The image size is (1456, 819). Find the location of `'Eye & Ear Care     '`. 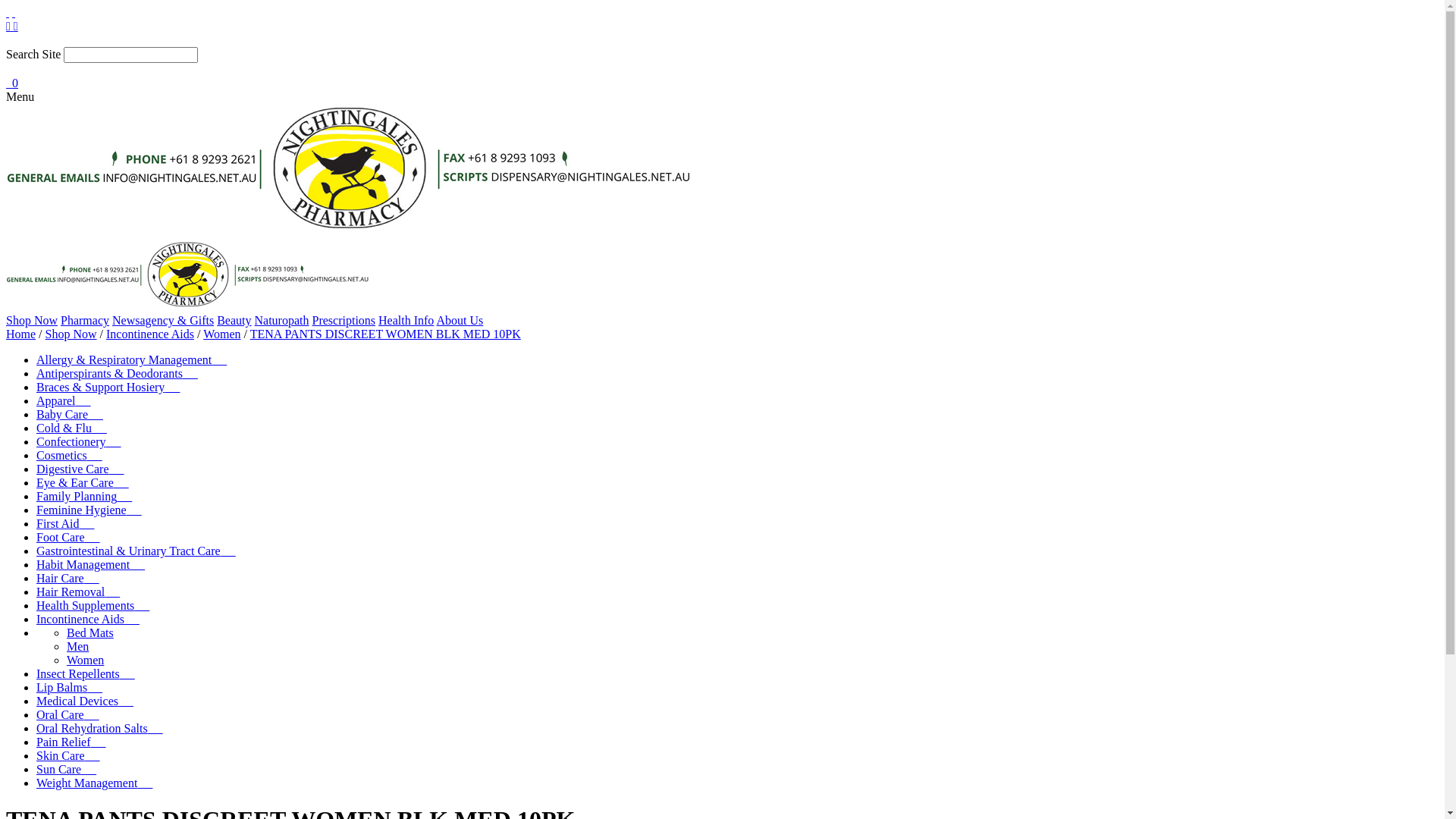

'Eye & Ear Care     ' is located at coordinates (82, 482).